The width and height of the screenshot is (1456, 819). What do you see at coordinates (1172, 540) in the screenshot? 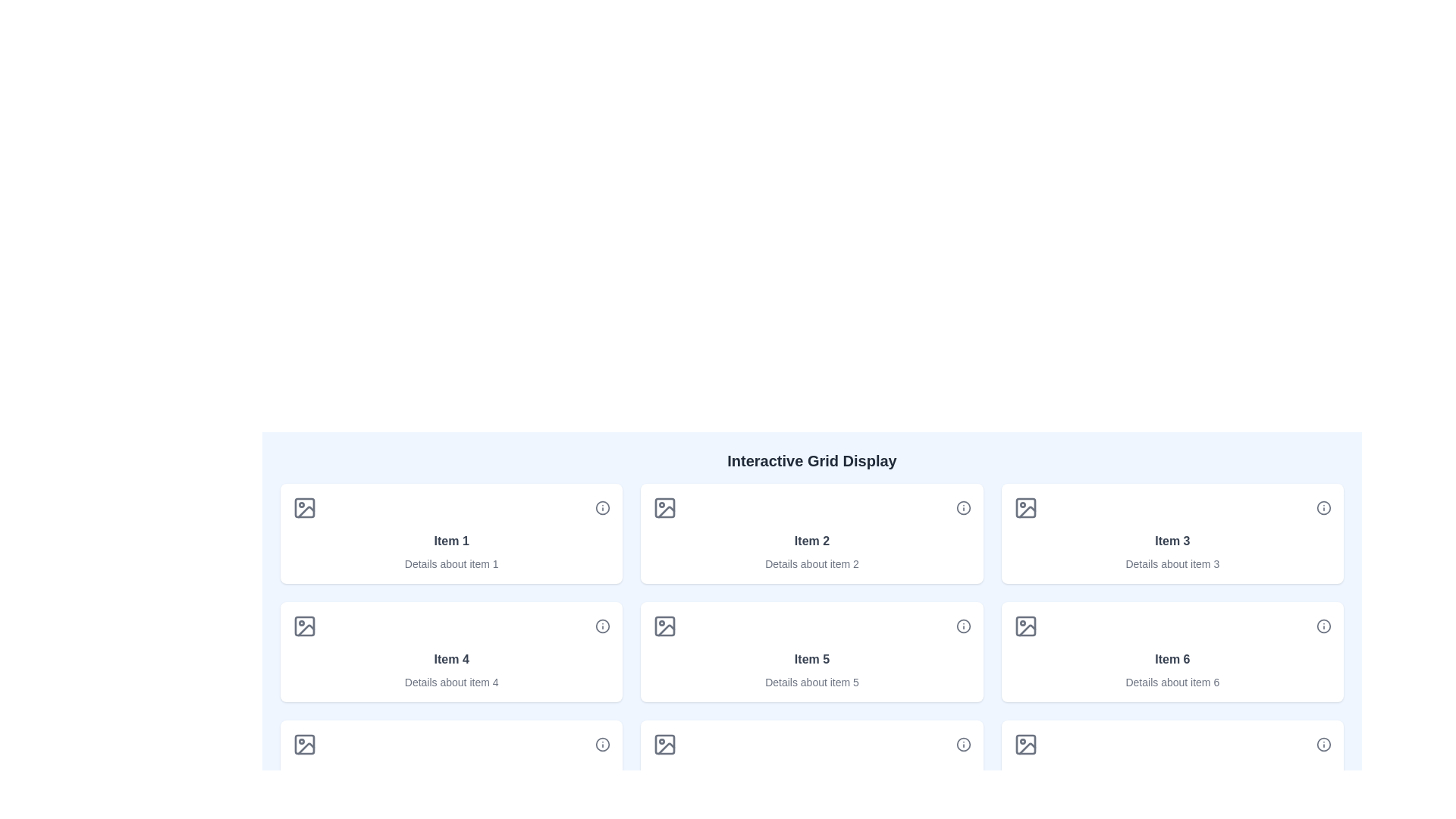
I see `text label displaying 'Item 3' which is bold and dark gray, located in the second row and third column of the grid layout` at bounding box center [1172, 540].